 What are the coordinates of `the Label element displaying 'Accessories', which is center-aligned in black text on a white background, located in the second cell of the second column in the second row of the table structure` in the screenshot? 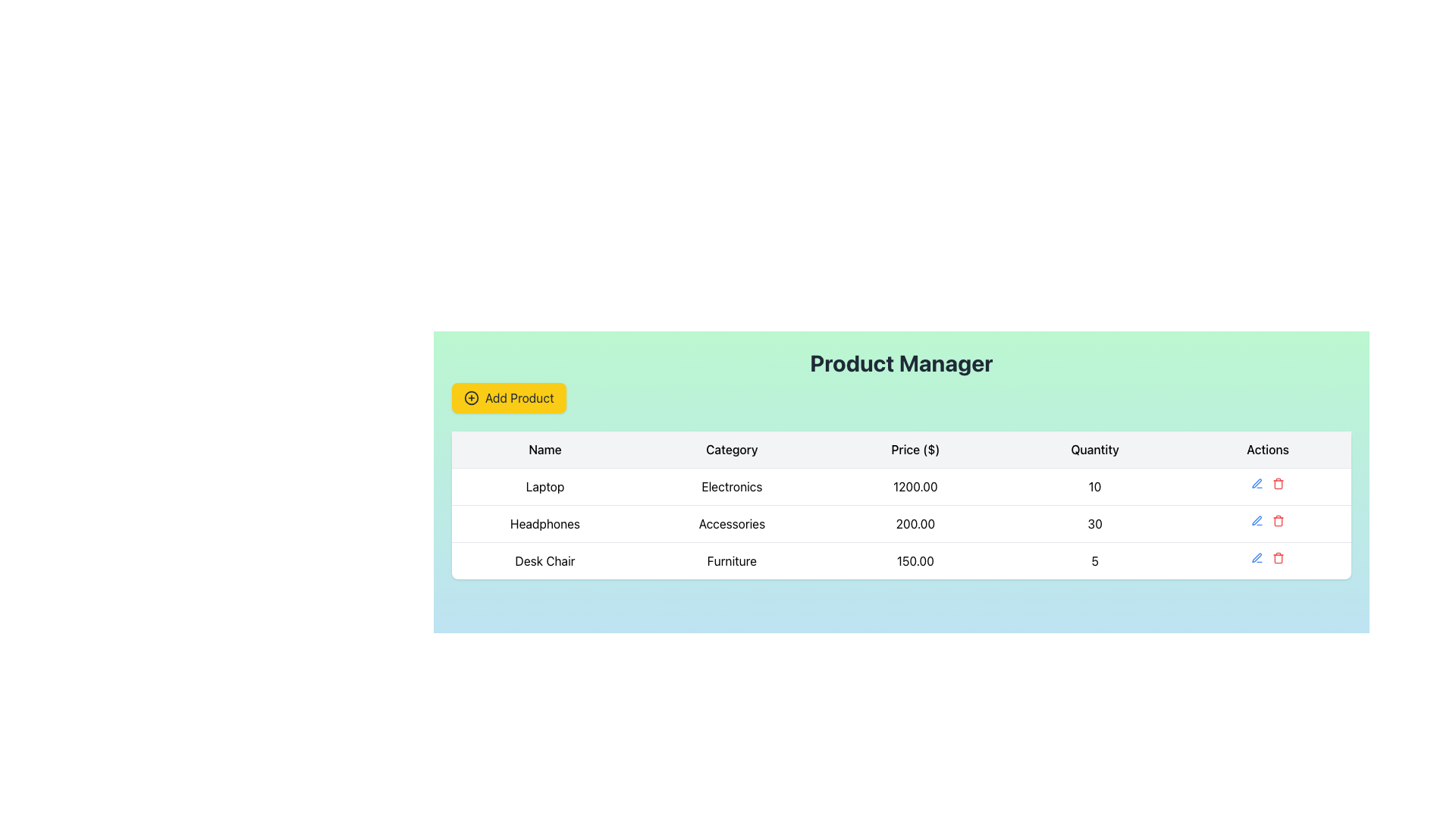 It's located at (732, 522).